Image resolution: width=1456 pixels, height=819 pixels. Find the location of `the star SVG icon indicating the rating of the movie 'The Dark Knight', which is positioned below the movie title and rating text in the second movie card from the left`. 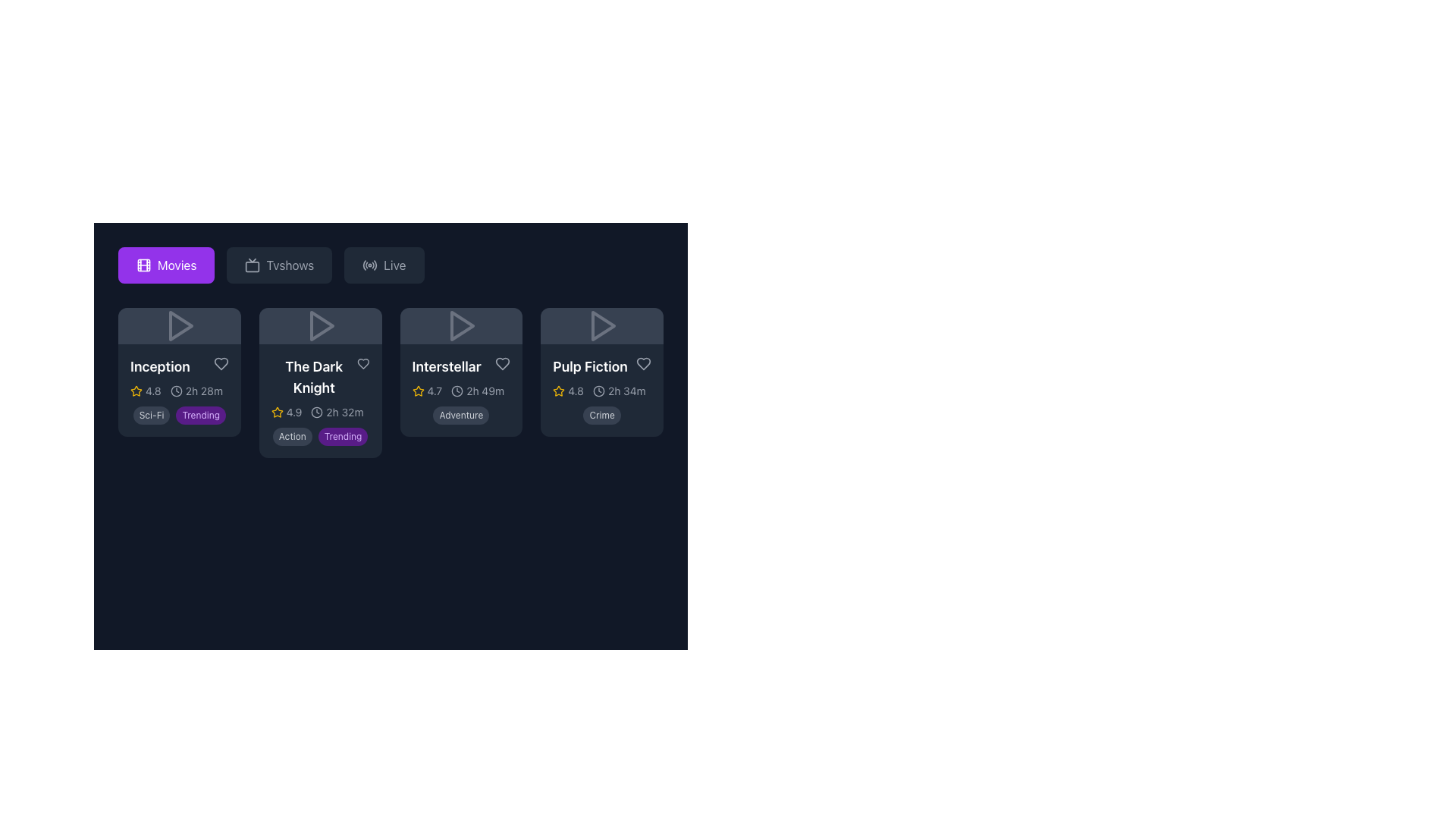

the star SVG icon indicating the rating of the movie 'The Dark Knight', which is positioned below the movie title and rating text in the second movie card from the left is located at coordinates (277, 412).